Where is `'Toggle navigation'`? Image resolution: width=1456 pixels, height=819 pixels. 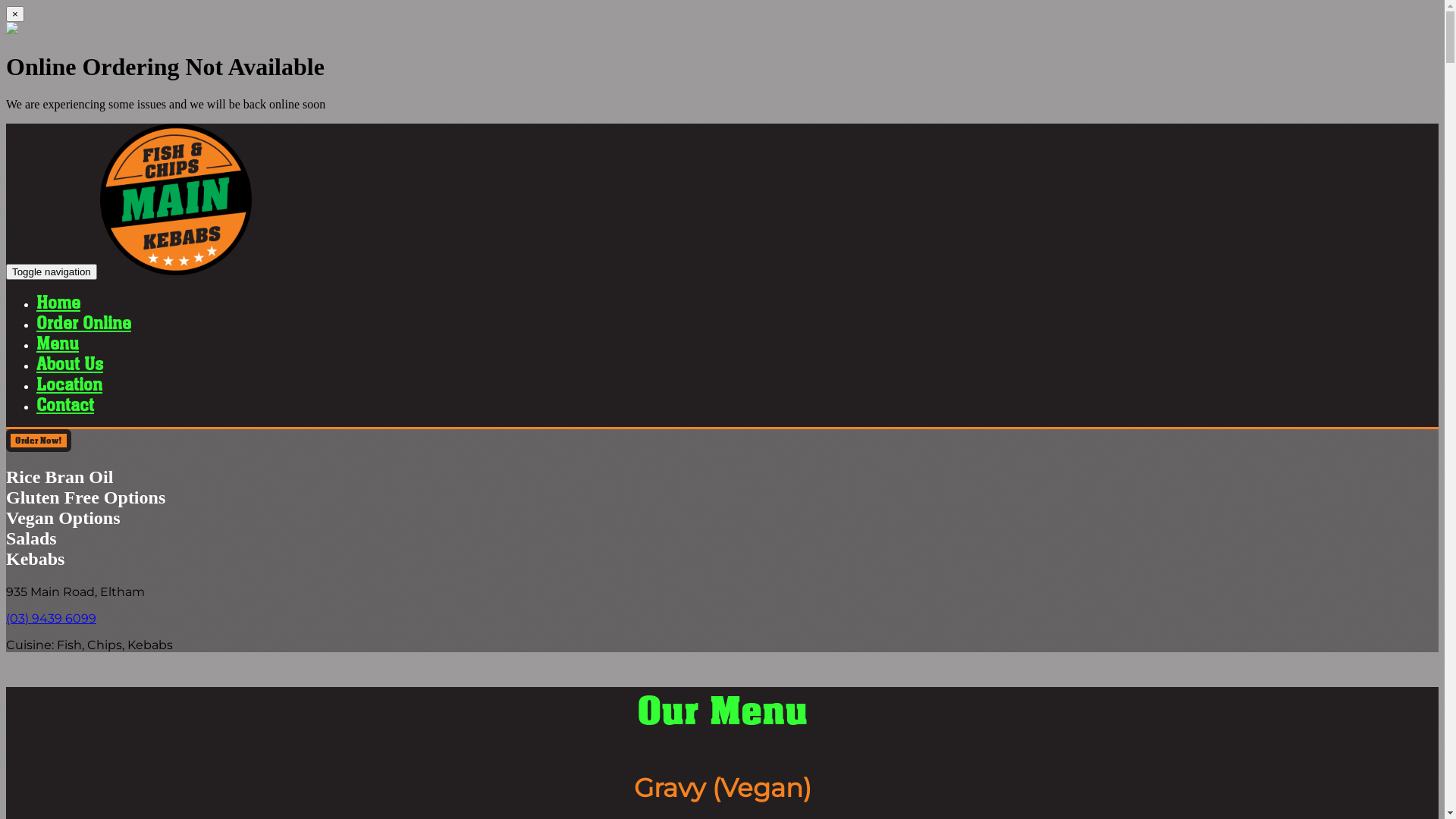 'Toggle navigation' is located at coordinates (6, 271).